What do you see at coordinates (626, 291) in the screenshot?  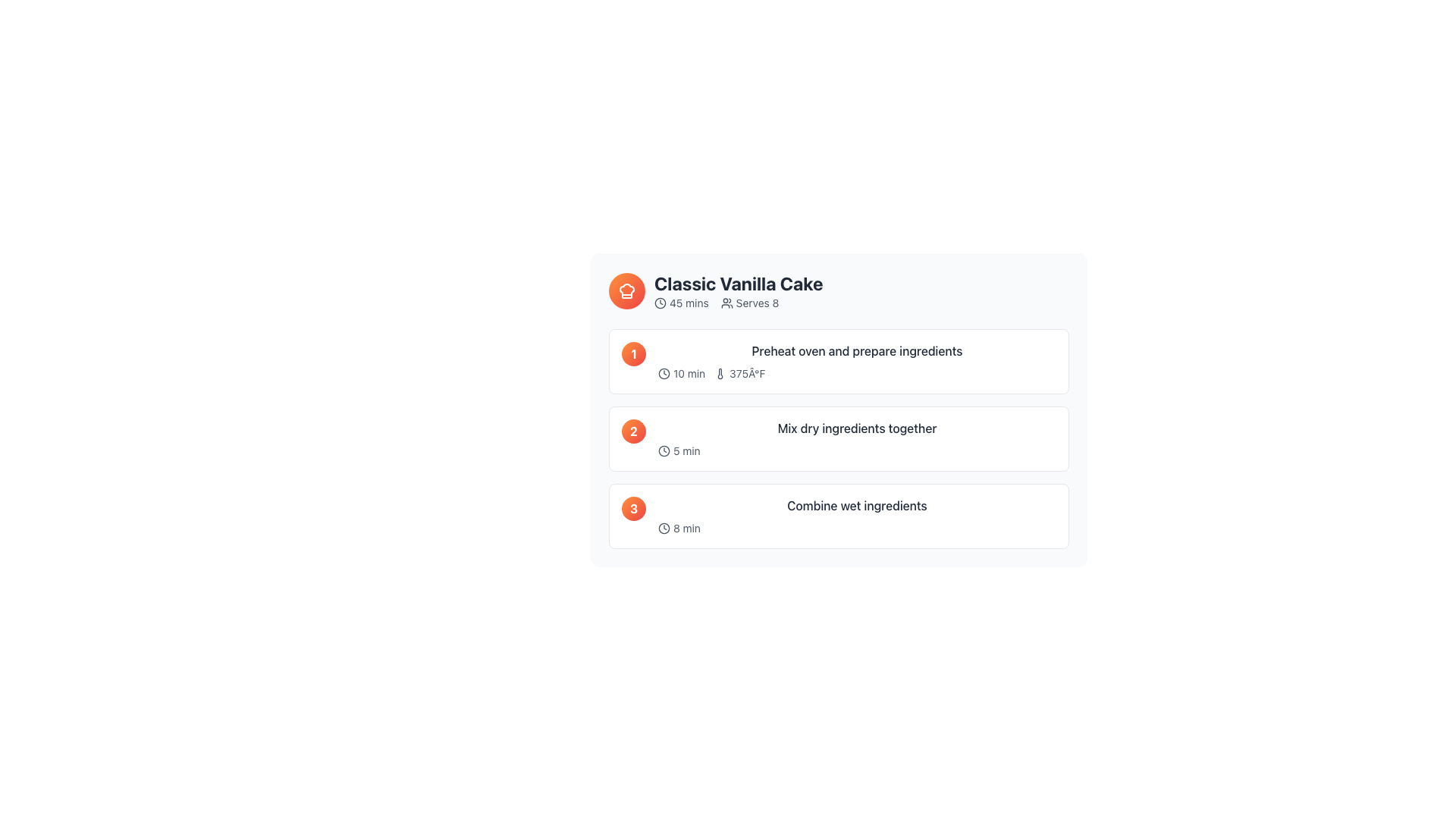 I see `the circular icon with a gradient background transitioning from orange to red, which contains a chef's hat graphic in white, located in the header section of the card layout next to the main text 'Classic Vanilla Cake'` at bounding box center [626, 291].